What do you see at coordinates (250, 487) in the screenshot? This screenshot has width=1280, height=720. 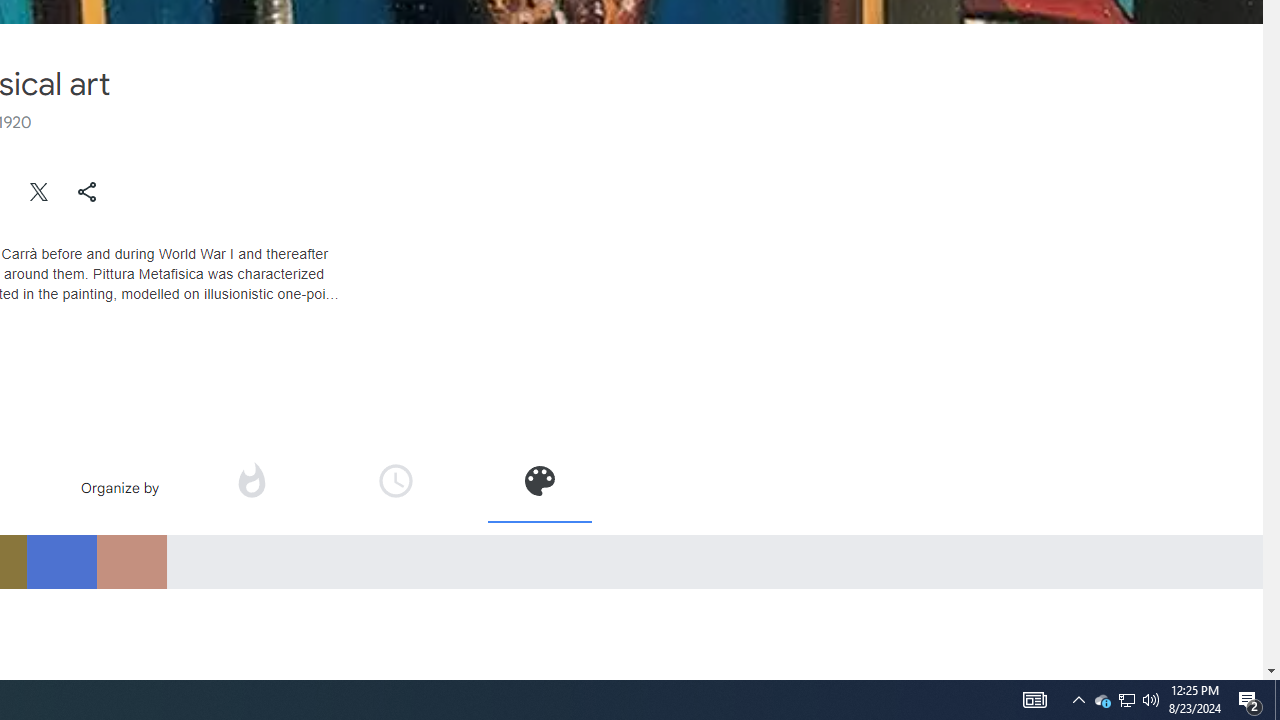 I see `'Organize by popularity'` at bounding box center [250, 487].